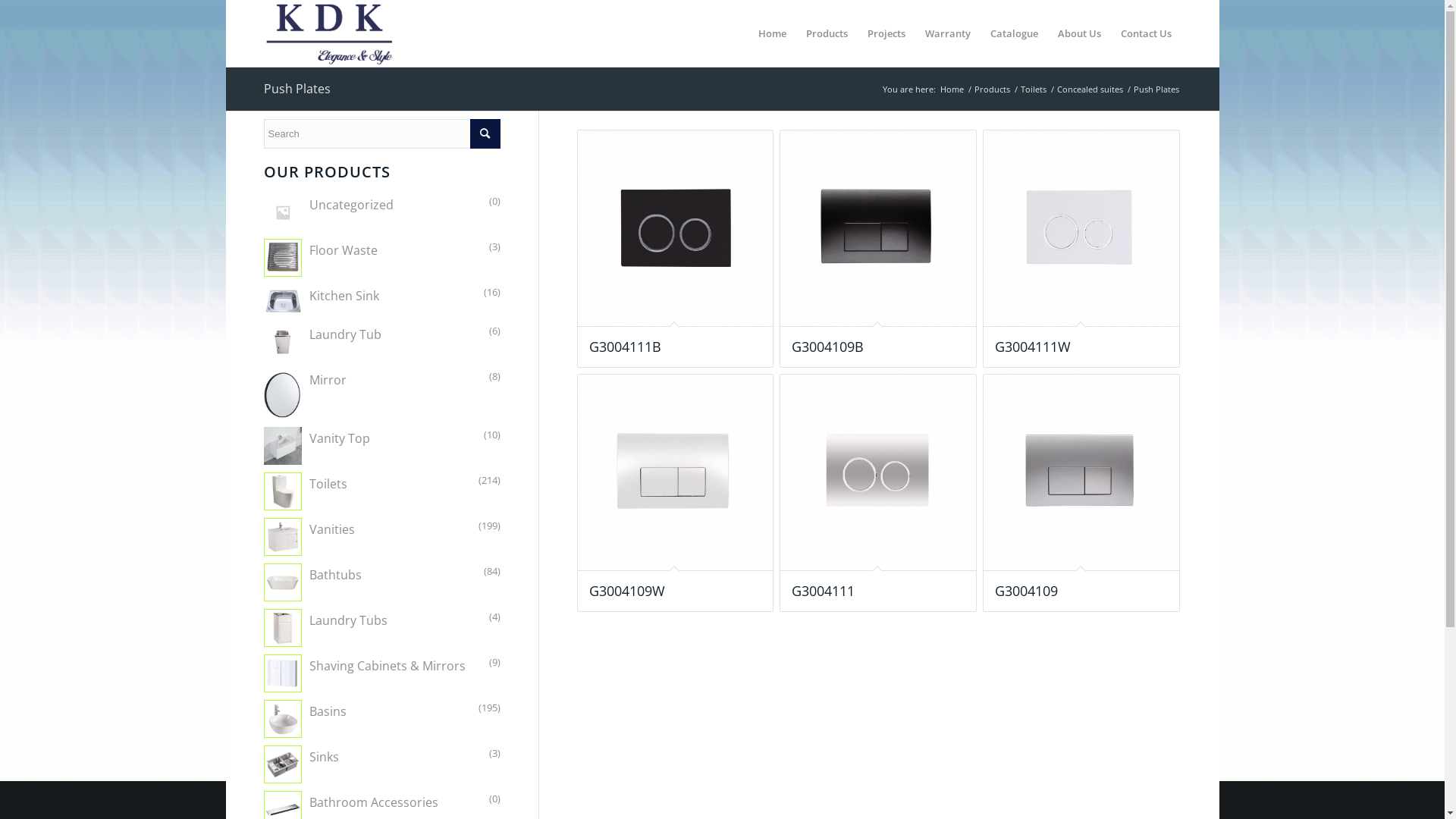  Describe the element at coordinates (304, 718) in the screenshot. I see `'Basins'` at that location.